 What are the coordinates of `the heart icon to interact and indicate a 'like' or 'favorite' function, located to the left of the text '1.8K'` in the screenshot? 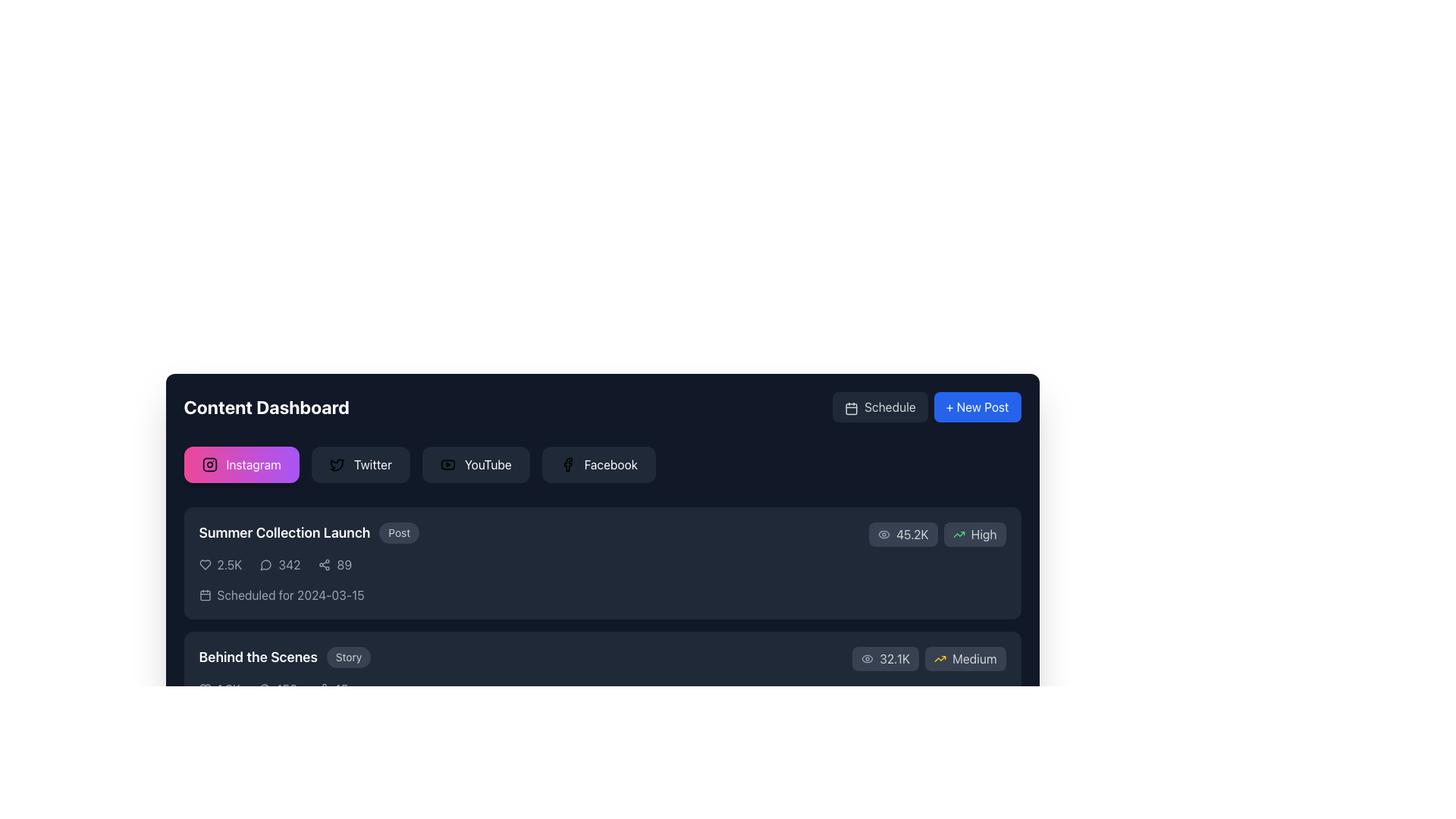 It's located at (204, 689).